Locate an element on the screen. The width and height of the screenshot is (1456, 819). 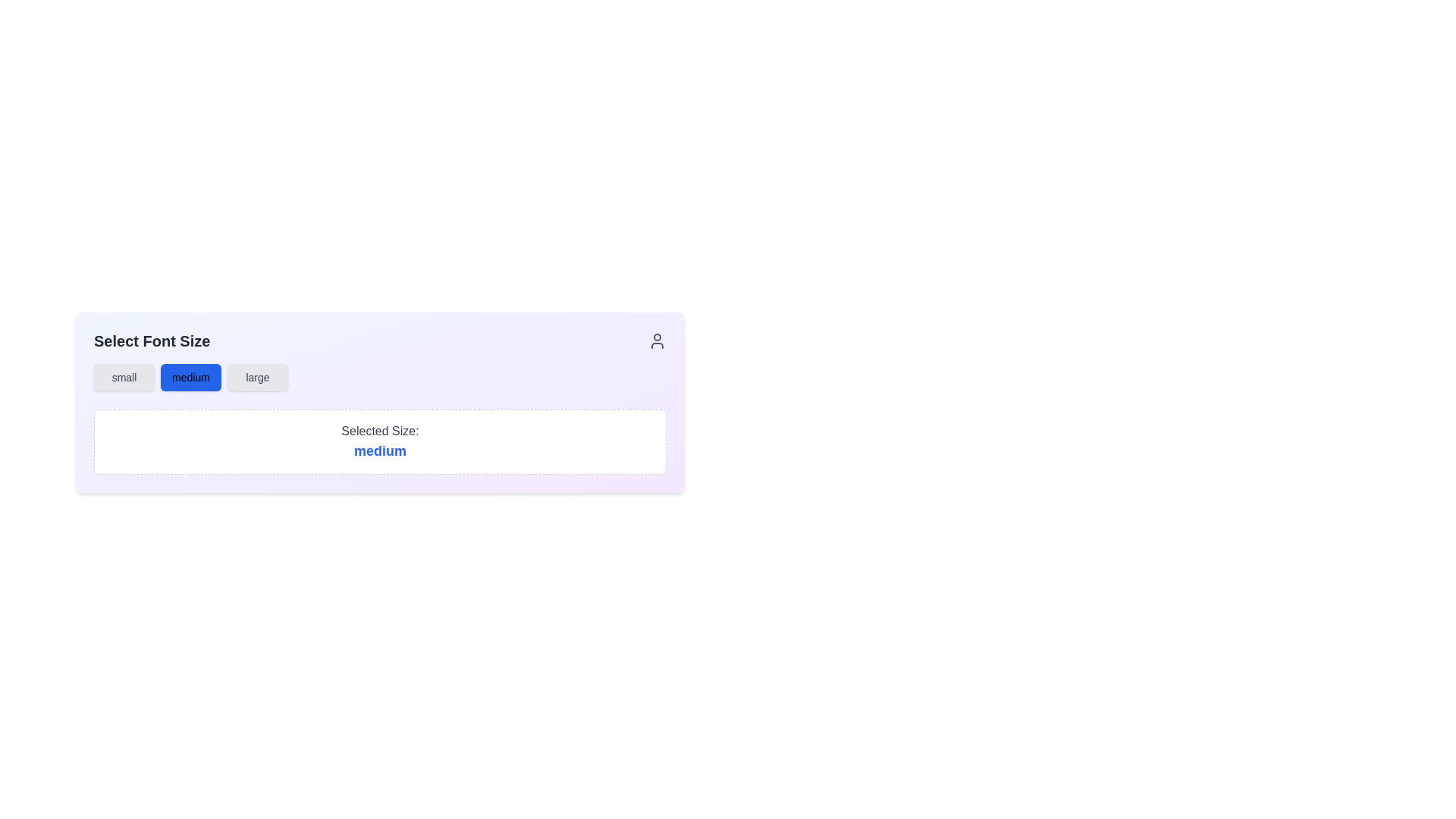
the Text label that introduces the font size options, located to the far left of the header section is located at coordinates (152, 341).